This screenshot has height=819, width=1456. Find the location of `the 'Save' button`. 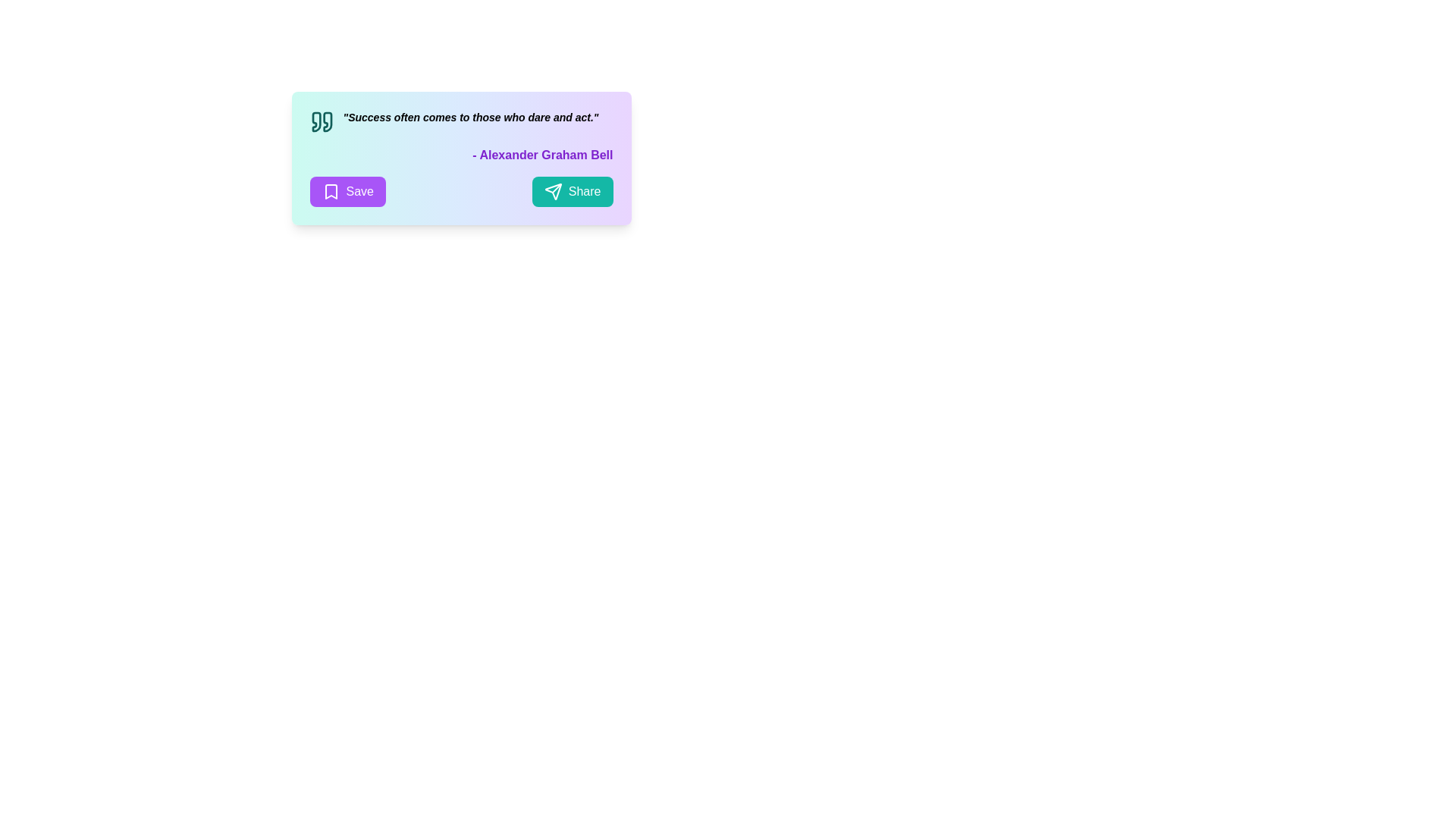

the 'Save' button is located at coordinates (347, 191).